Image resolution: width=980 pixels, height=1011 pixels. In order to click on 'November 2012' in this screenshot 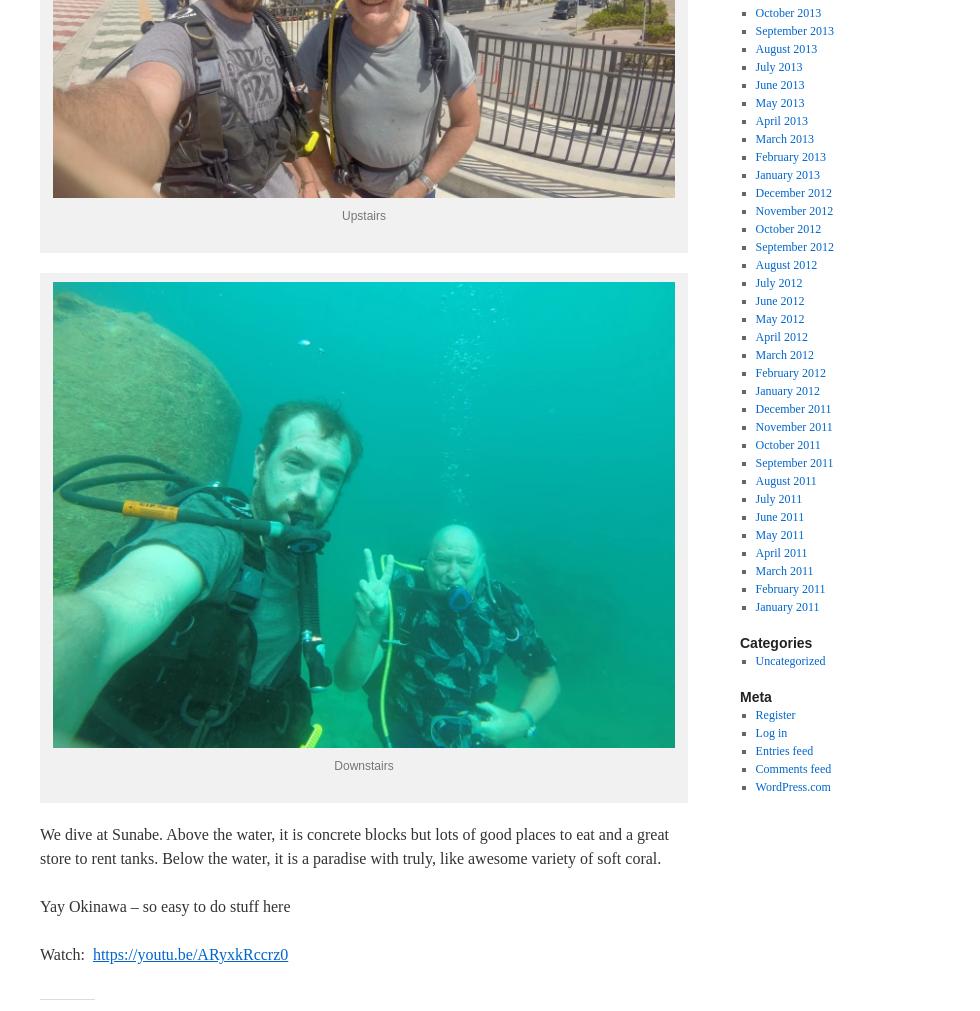, I will do `click(793, 209)`.